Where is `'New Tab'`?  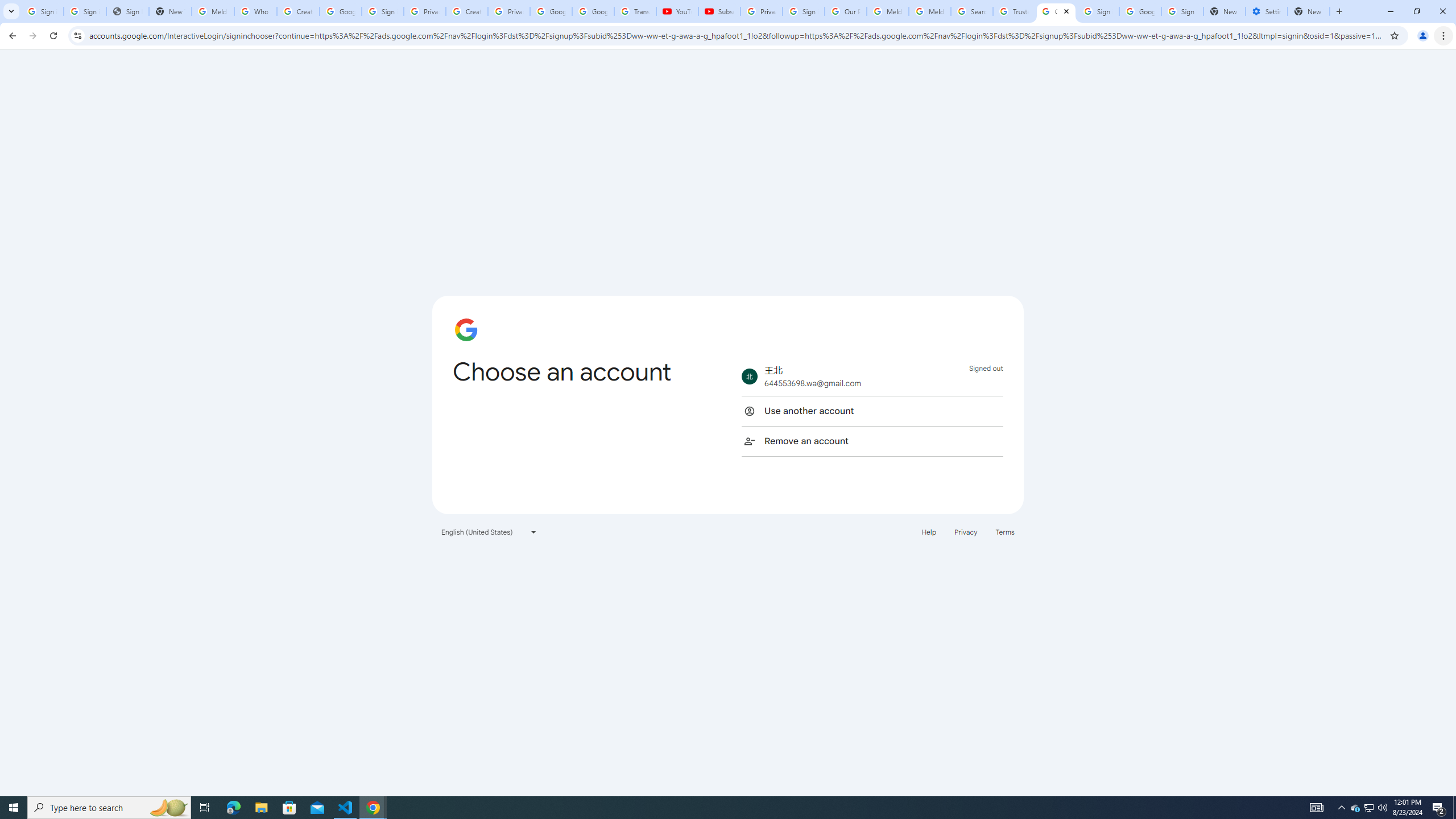
'New Tab' is located at coordinates (1338, 11).